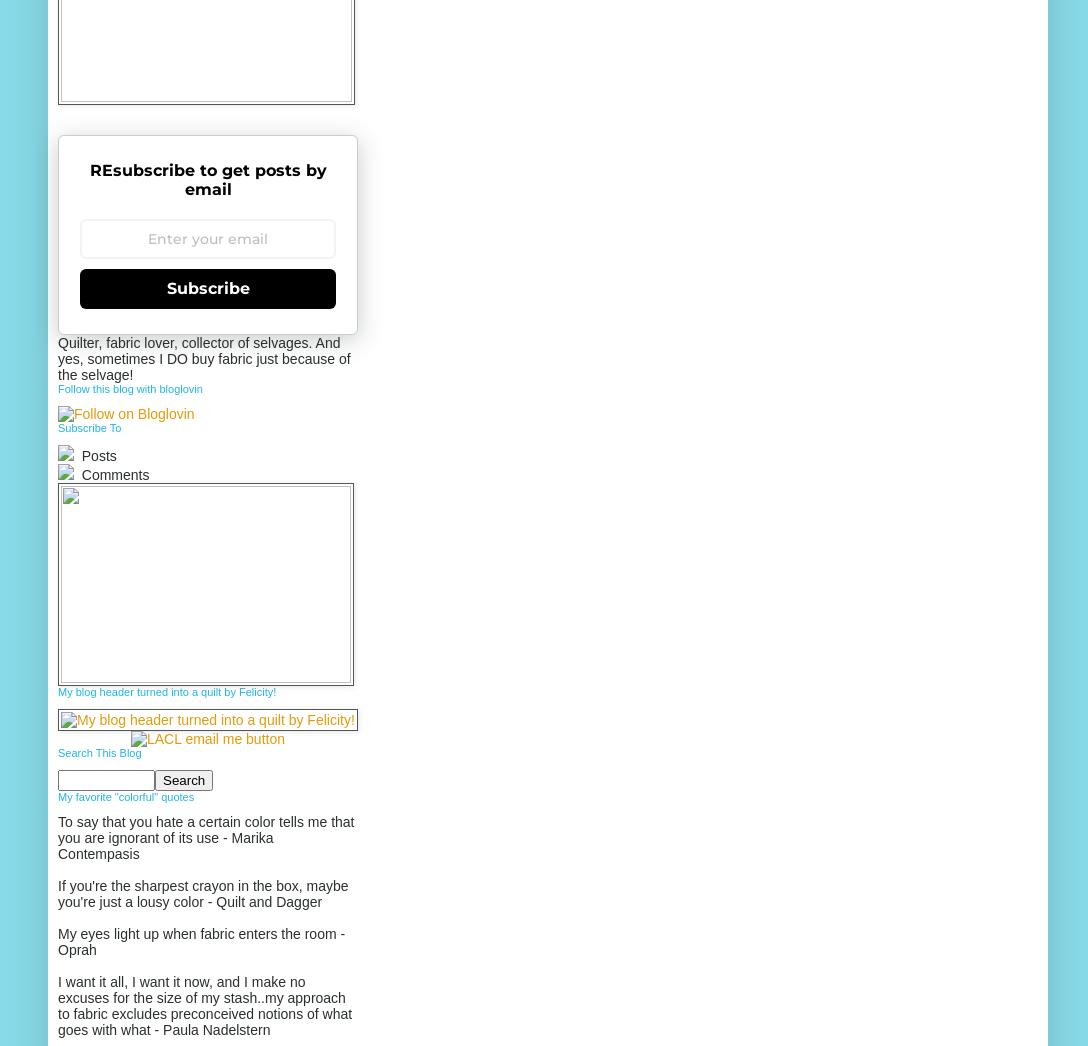 The height and width of the screenshot is (1046, 1088). Describe the element at coordinates (125, 797) in the screenshot. I see `'My favorite "colorful" quotes'` at that location.